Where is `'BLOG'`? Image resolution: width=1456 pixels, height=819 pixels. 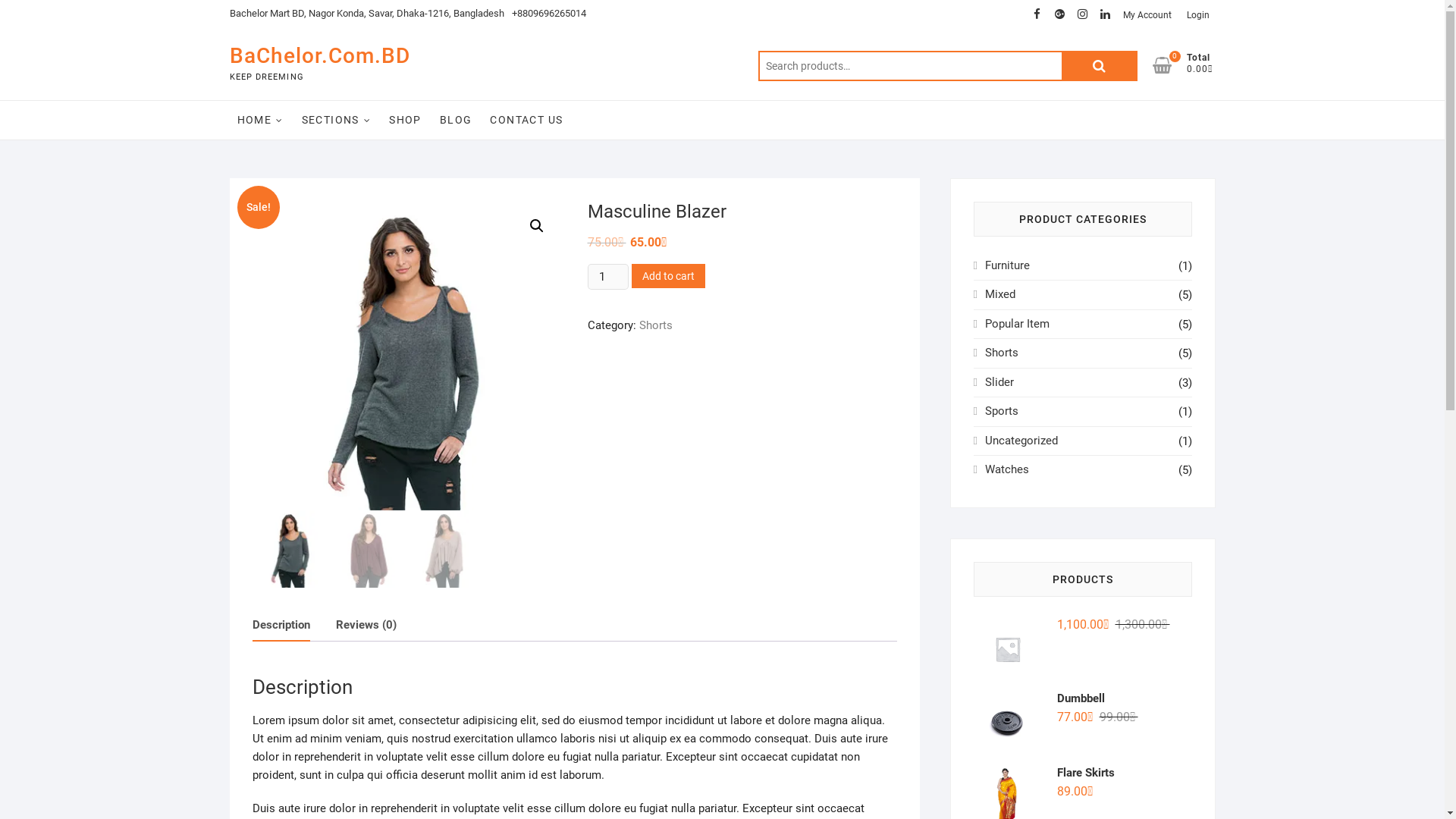 'BLOG' is located at coordinates (431, 119).